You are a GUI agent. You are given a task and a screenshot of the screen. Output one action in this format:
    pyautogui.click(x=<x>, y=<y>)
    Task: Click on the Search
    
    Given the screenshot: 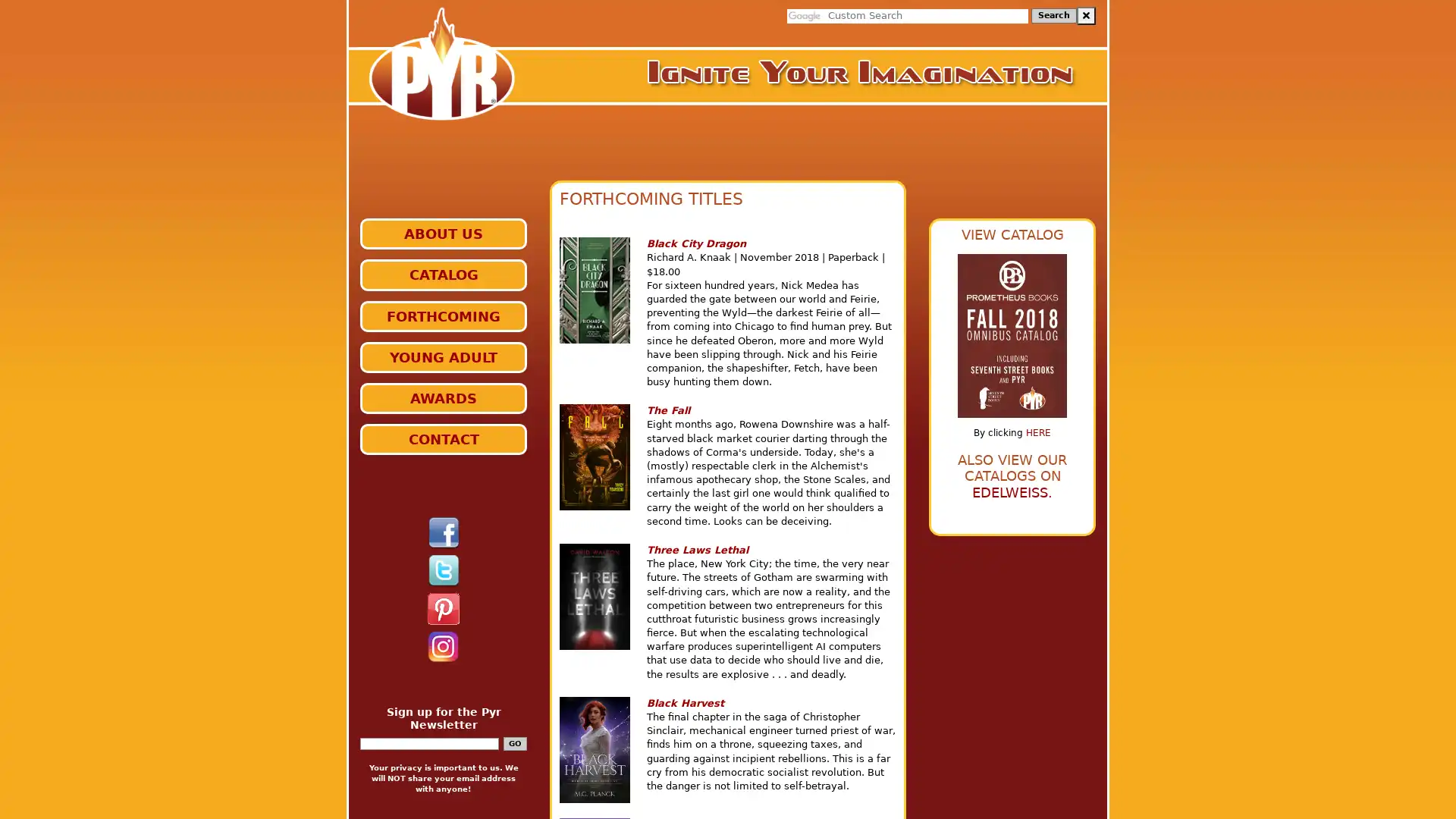 What is the action you would take?
    pyautogui.click(x=1053, y=15)
    